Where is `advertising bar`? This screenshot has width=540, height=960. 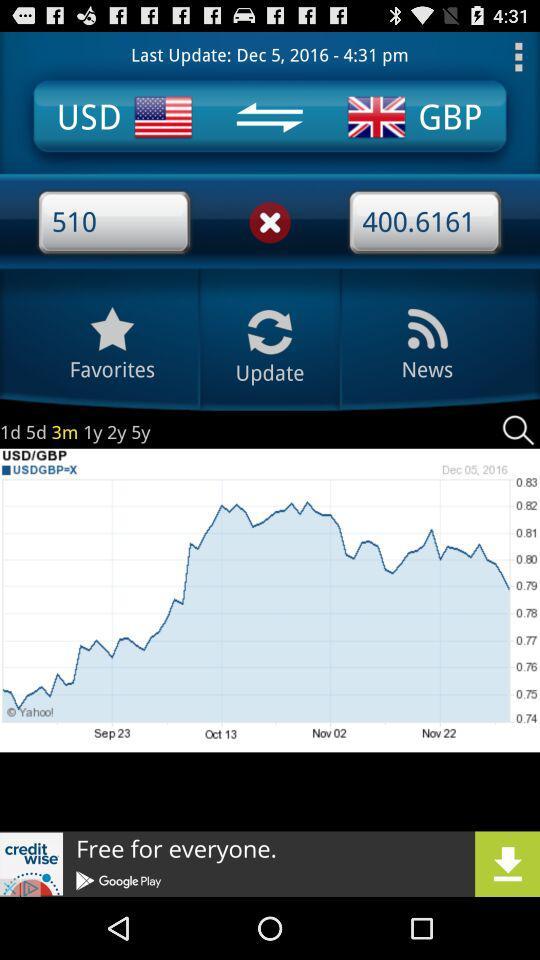 advertising bar is located at coordinates (270, 863).